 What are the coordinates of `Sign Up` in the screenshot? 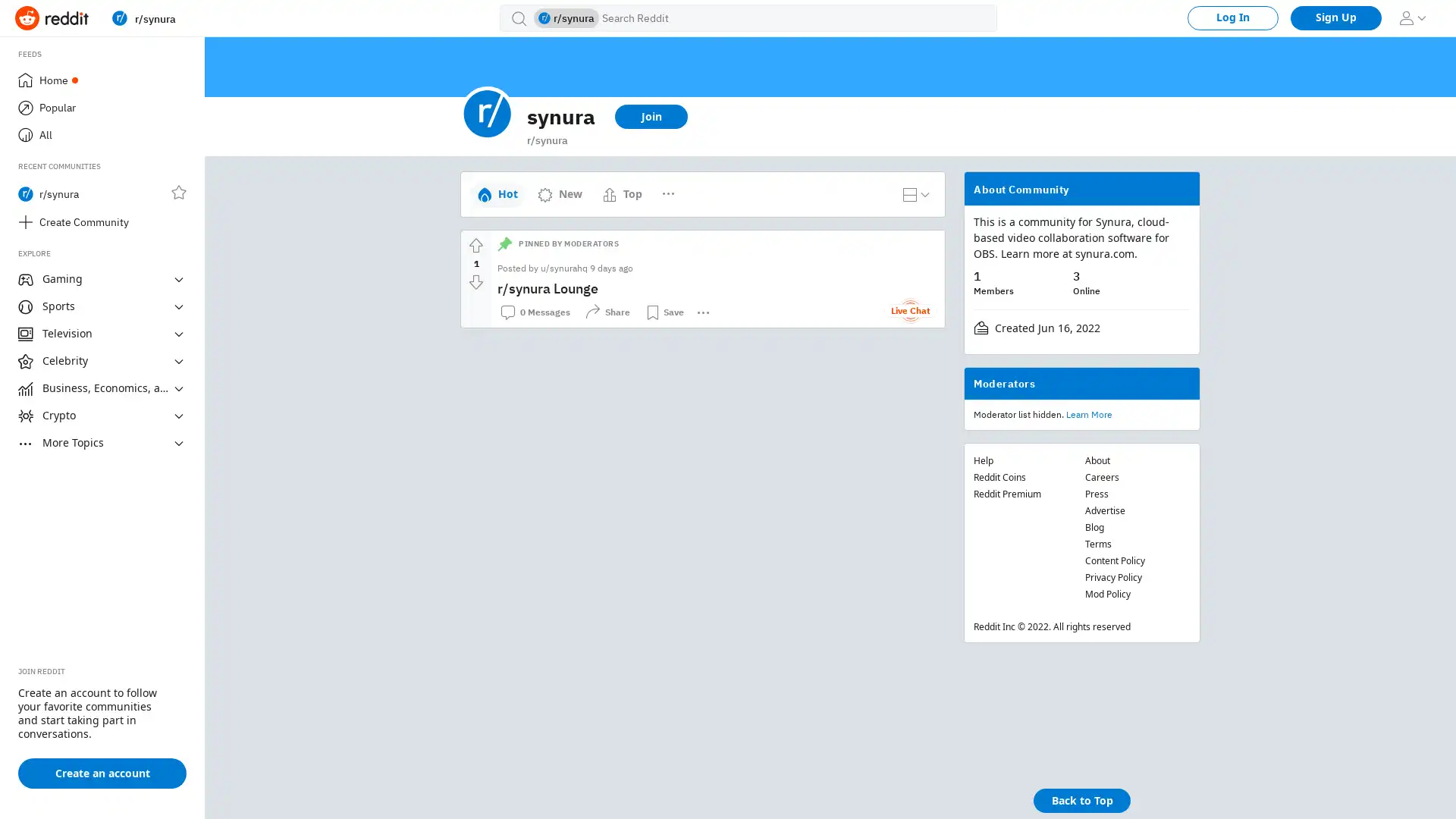 It's located at (1335, 17).